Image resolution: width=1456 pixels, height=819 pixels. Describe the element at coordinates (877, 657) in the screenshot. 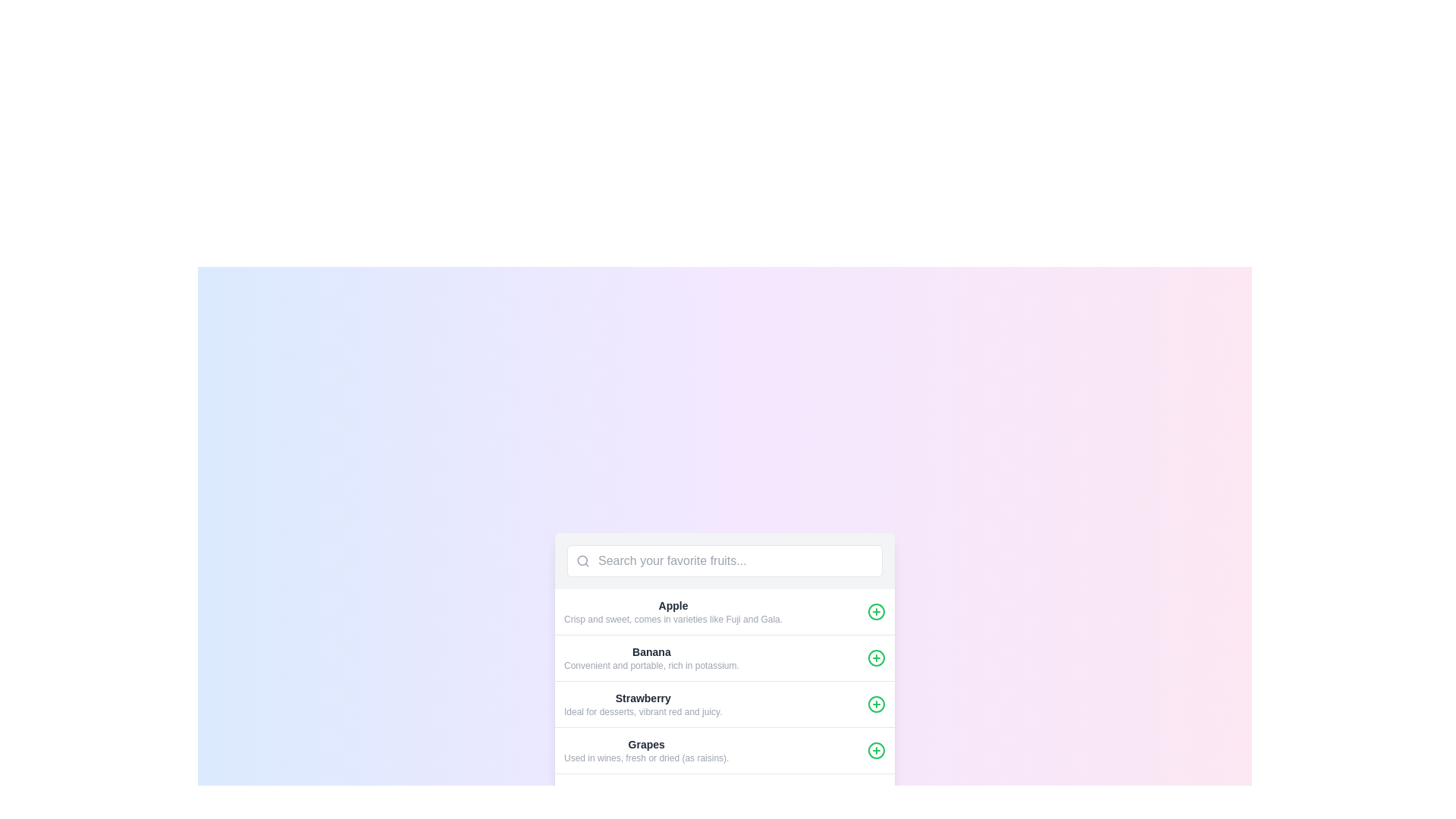

I see `SVG circle element with a green stroke that forms part of the 'plus' symbol icon located to the right of the 'Banana' text` at that location.